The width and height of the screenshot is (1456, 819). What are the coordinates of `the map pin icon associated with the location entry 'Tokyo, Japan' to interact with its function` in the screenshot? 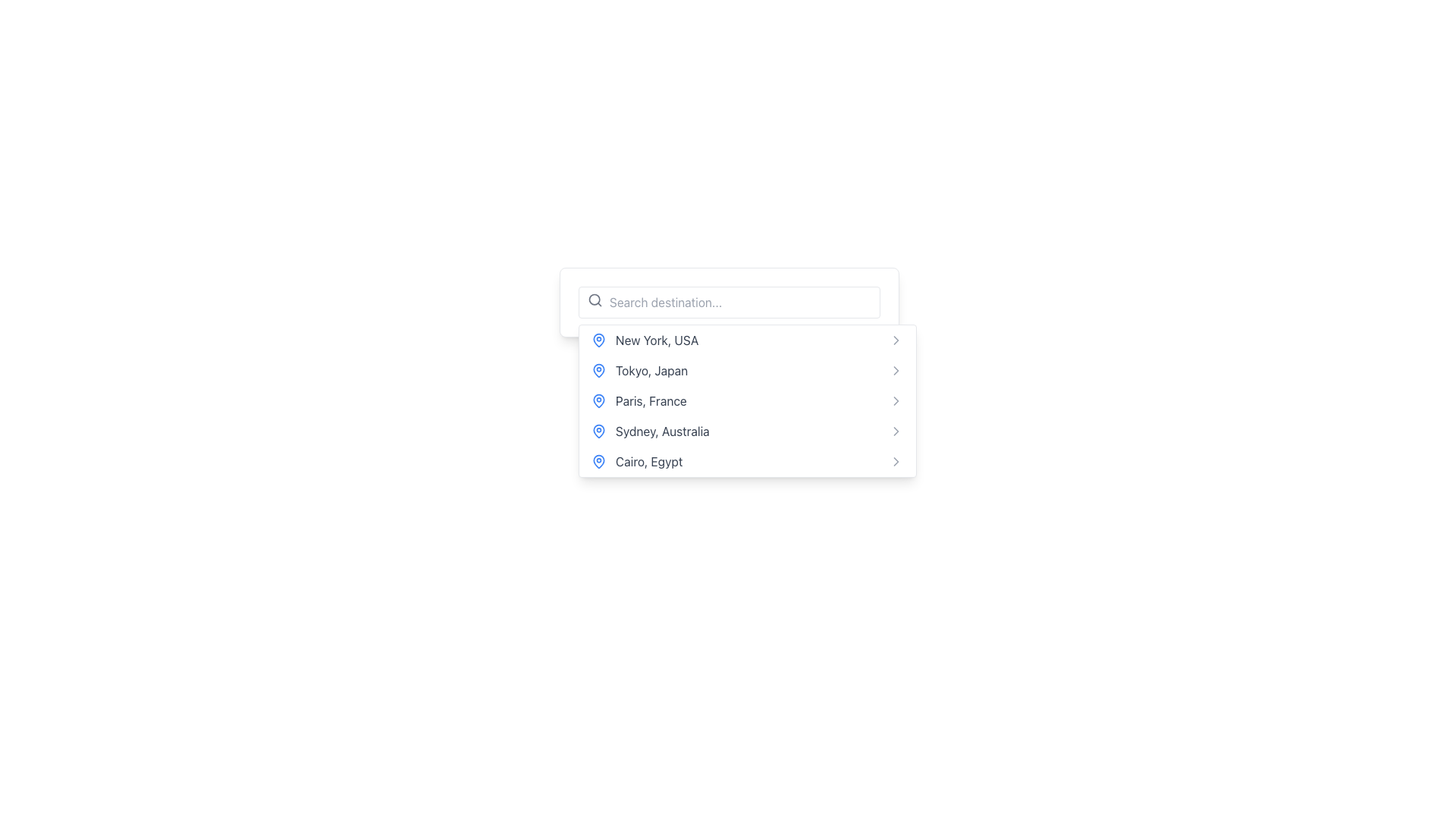 It's located at (598, 370).